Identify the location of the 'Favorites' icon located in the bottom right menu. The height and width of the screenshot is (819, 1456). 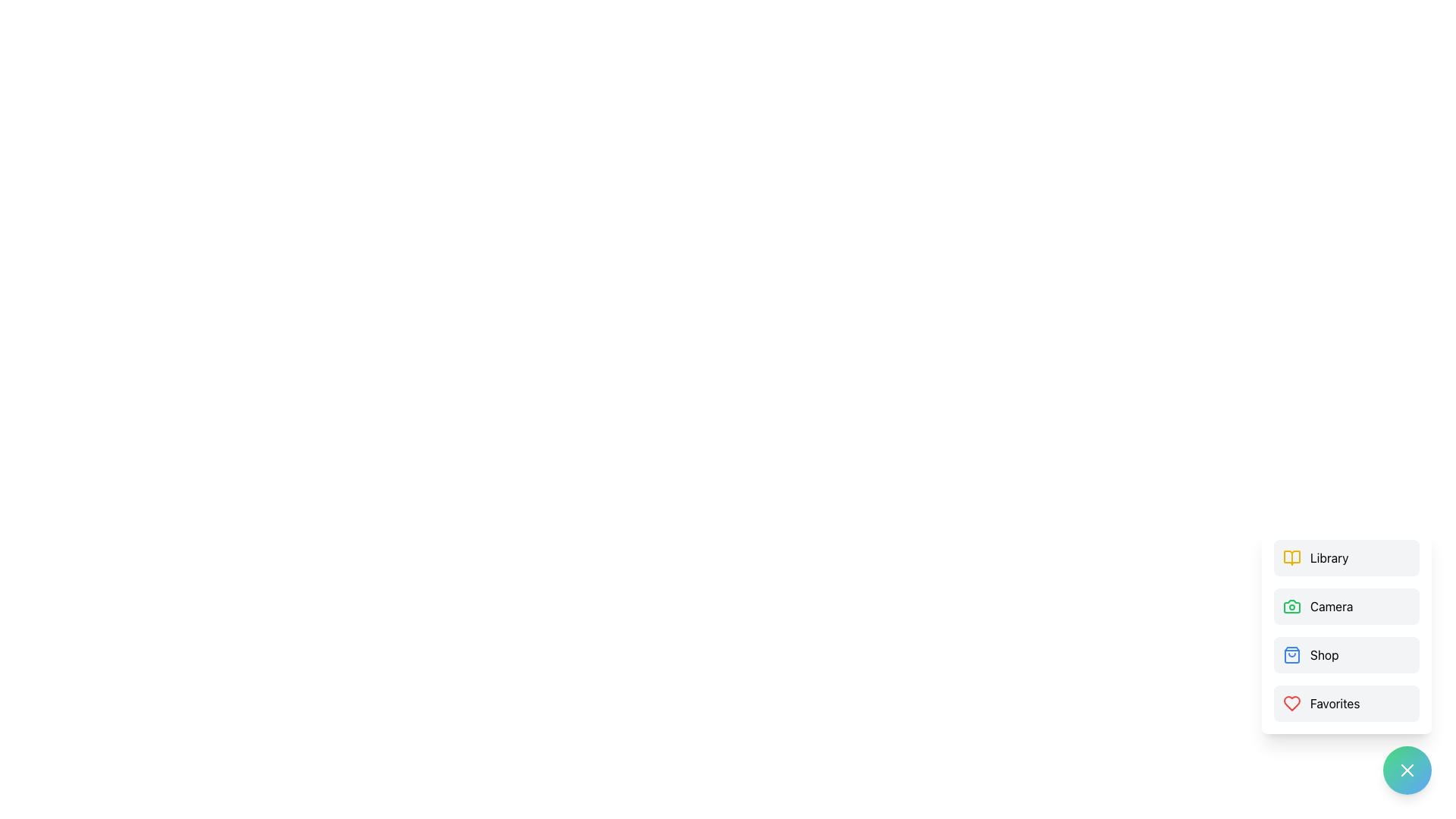
(1291, 704).